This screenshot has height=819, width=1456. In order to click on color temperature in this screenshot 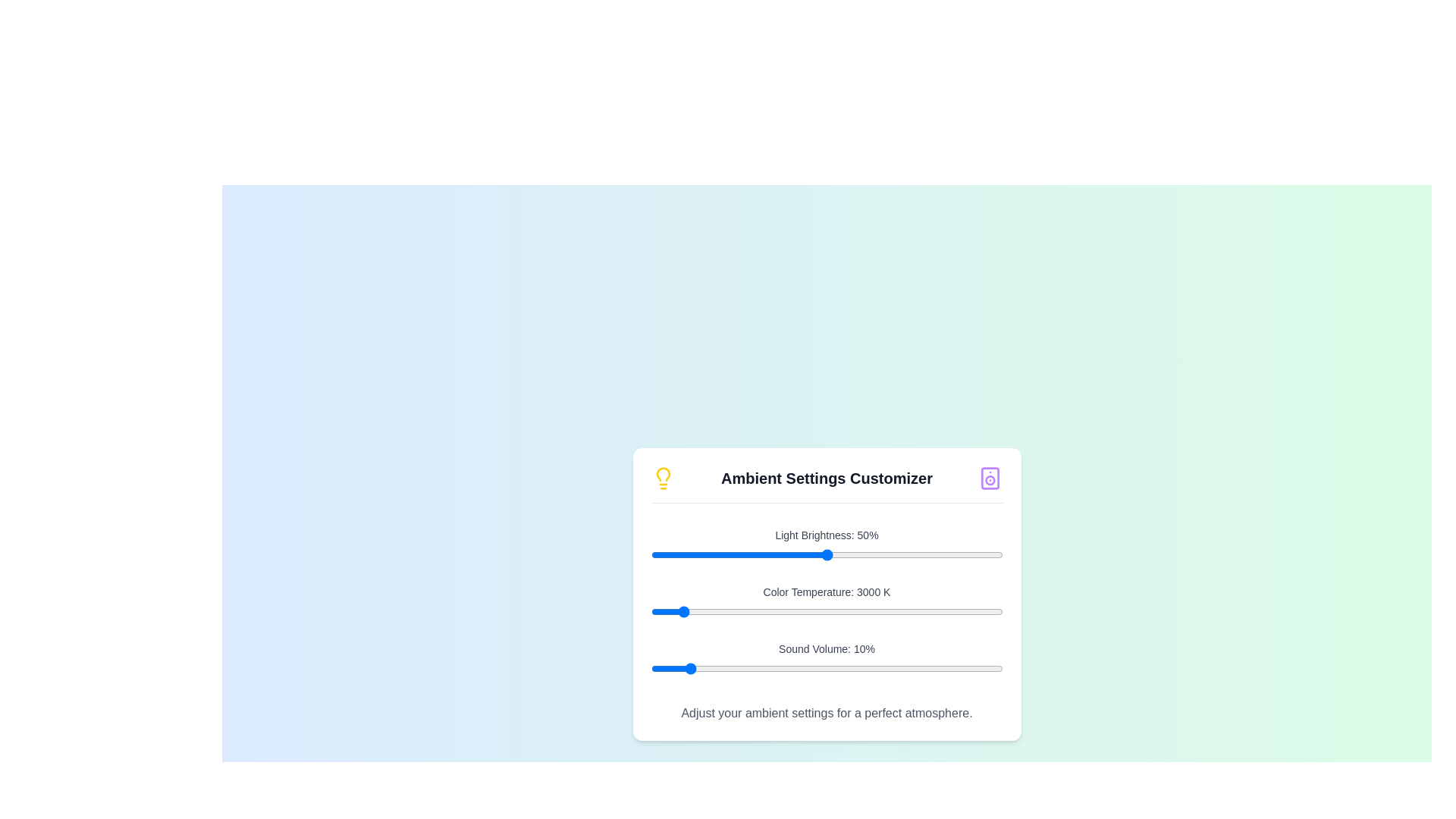, I will do `click(856, 610)`.